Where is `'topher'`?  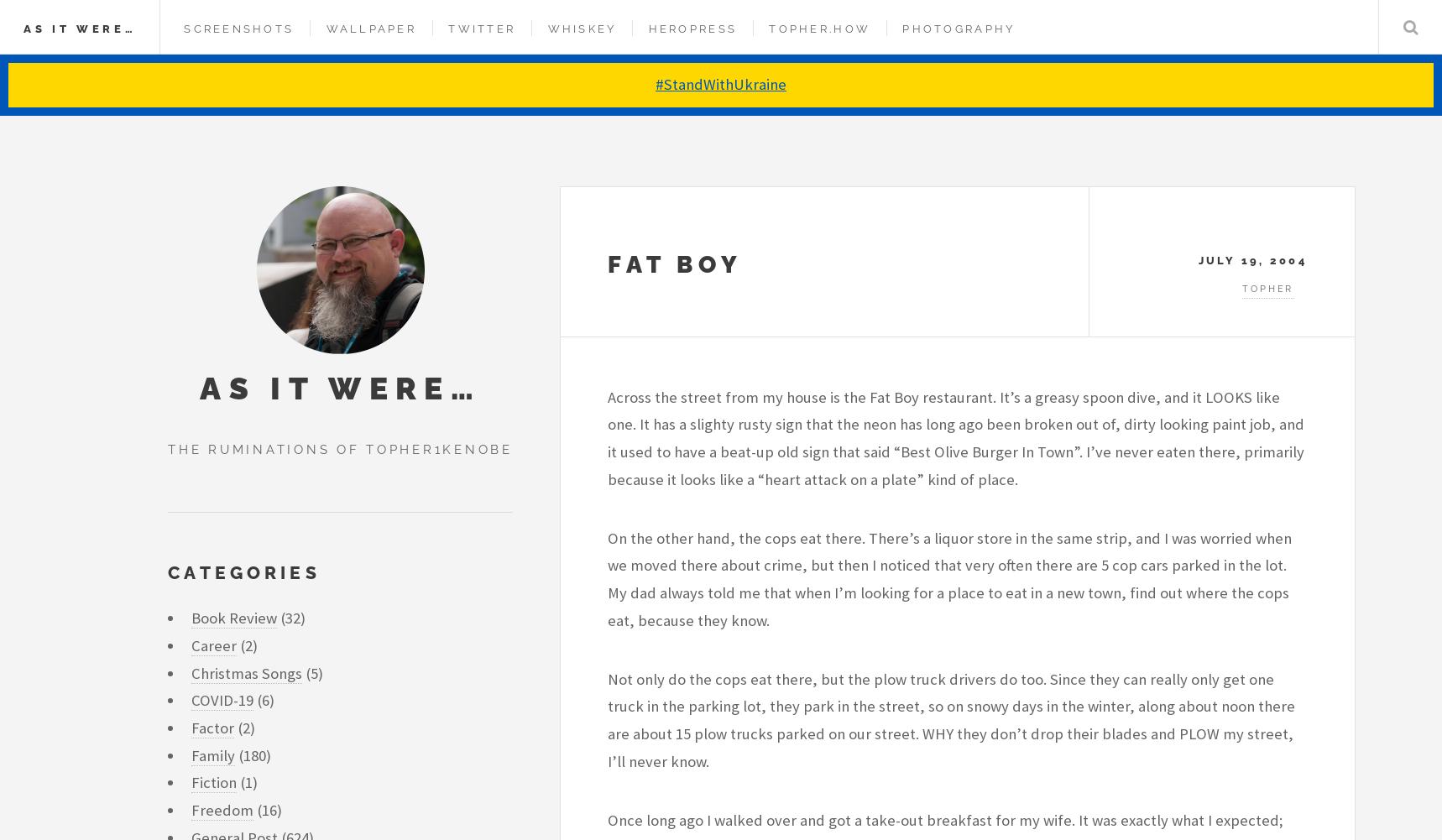 'topher' is located at coordinates (1242, 289).